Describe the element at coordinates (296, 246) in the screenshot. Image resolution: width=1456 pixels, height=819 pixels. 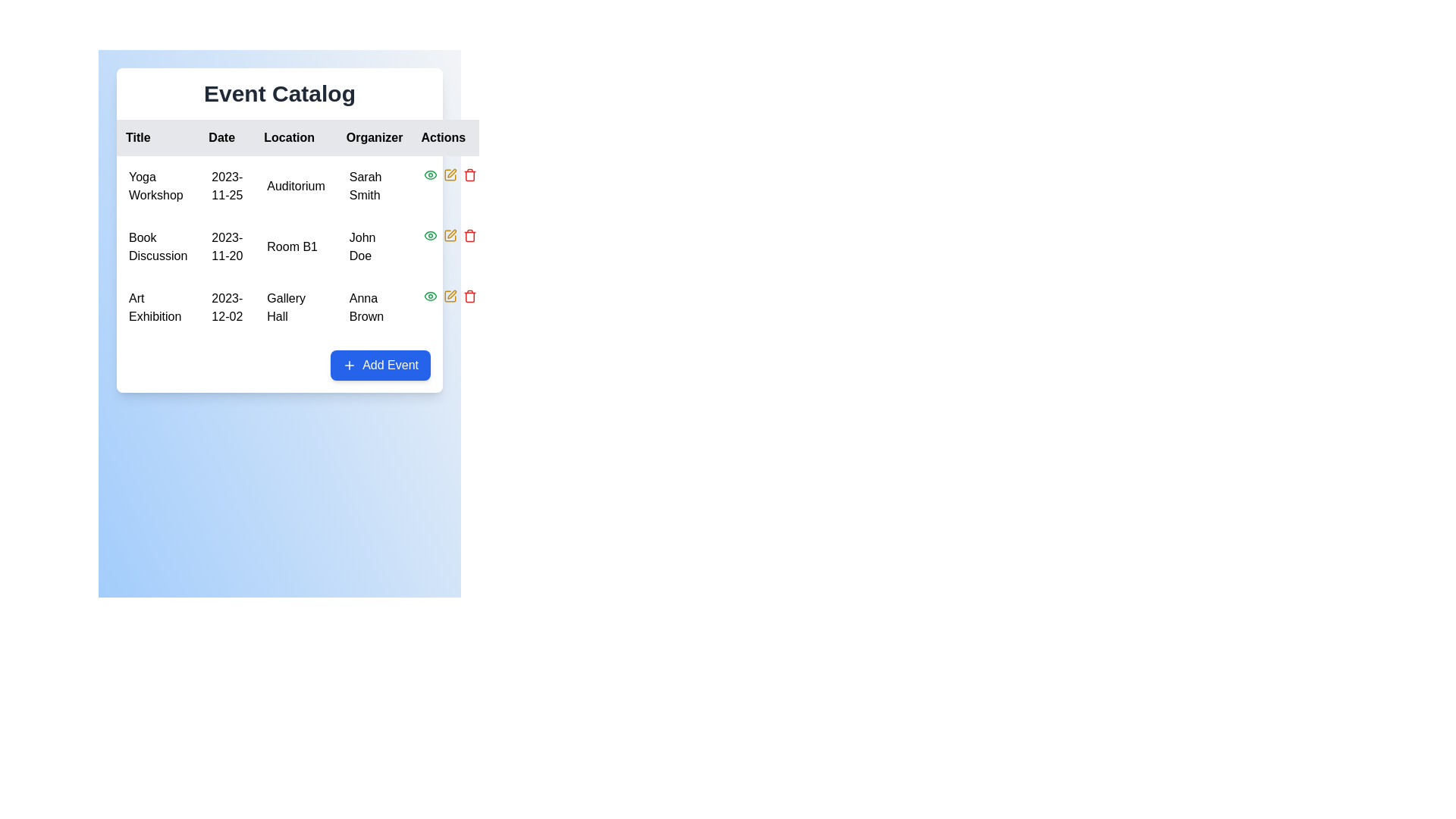
I see `the Text Label indicating the location of the 'Book Discussion' event, which is located under the 'Location' column in the second row of the table` at that location.